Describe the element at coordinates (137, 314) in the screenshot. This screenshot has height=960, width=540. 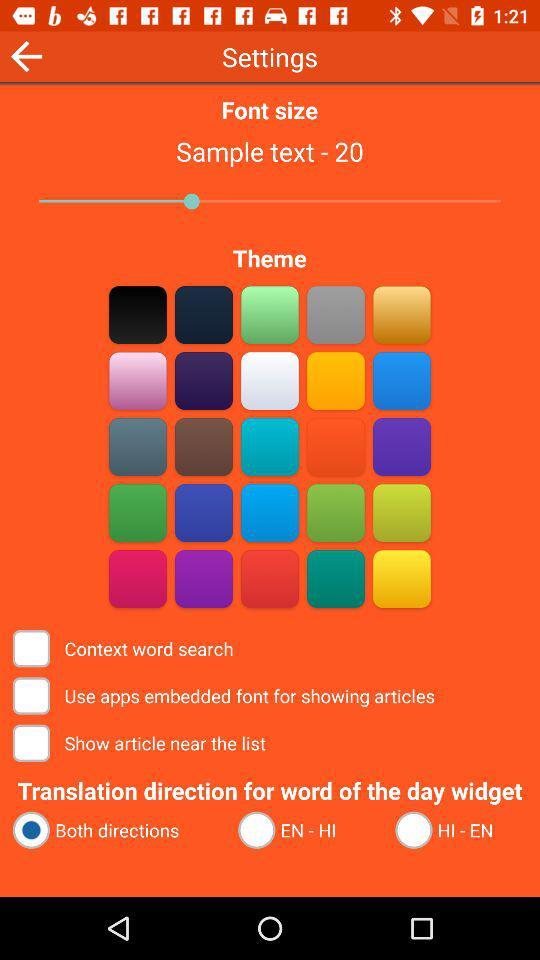
I see `black theme` at that location.